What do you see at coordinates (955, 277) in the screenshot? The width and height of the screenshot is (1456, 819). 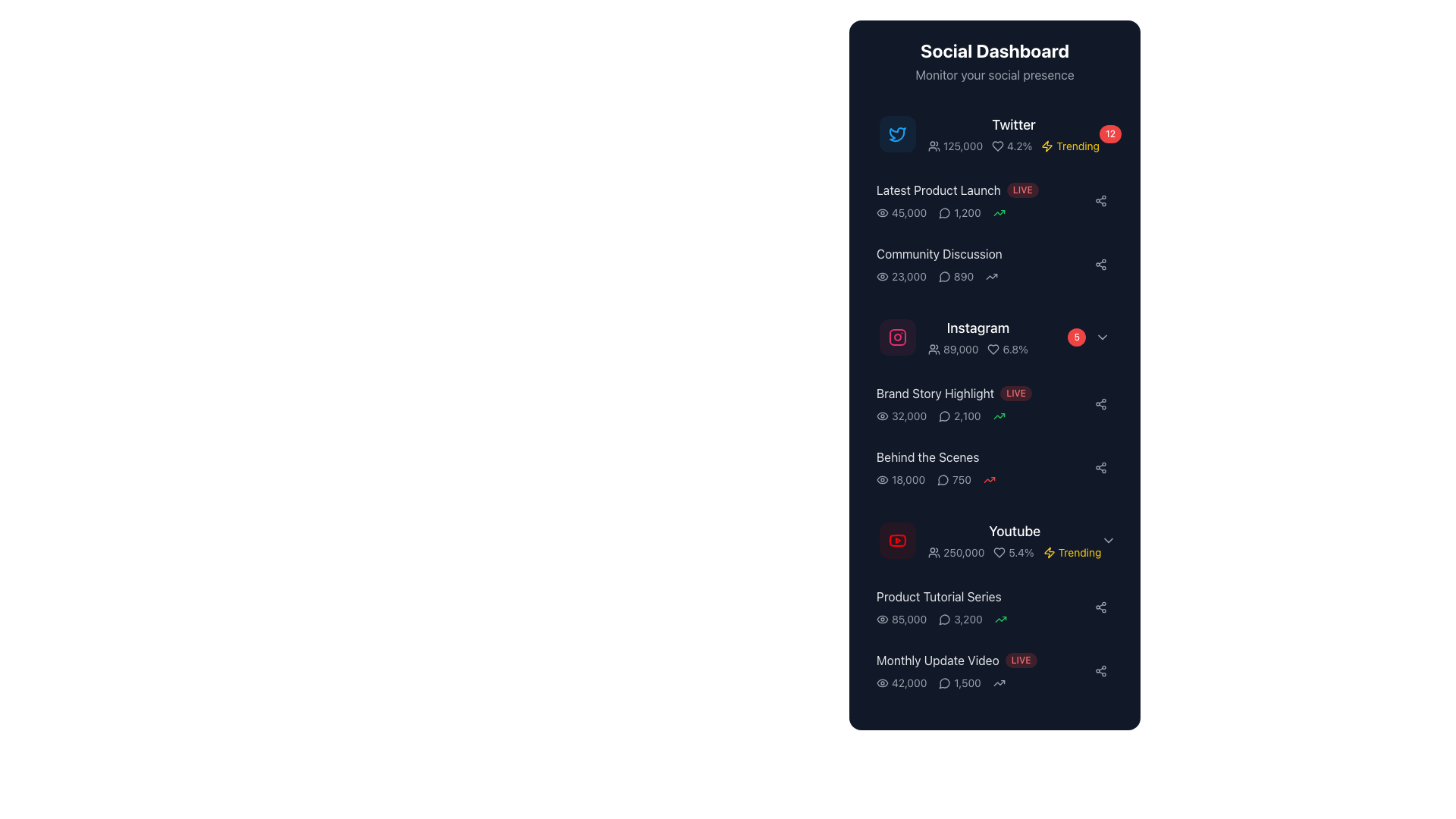 I see `the text label displaying the count of comments next to the 'Community Discussion' entry` at bounding box center [955, 277].